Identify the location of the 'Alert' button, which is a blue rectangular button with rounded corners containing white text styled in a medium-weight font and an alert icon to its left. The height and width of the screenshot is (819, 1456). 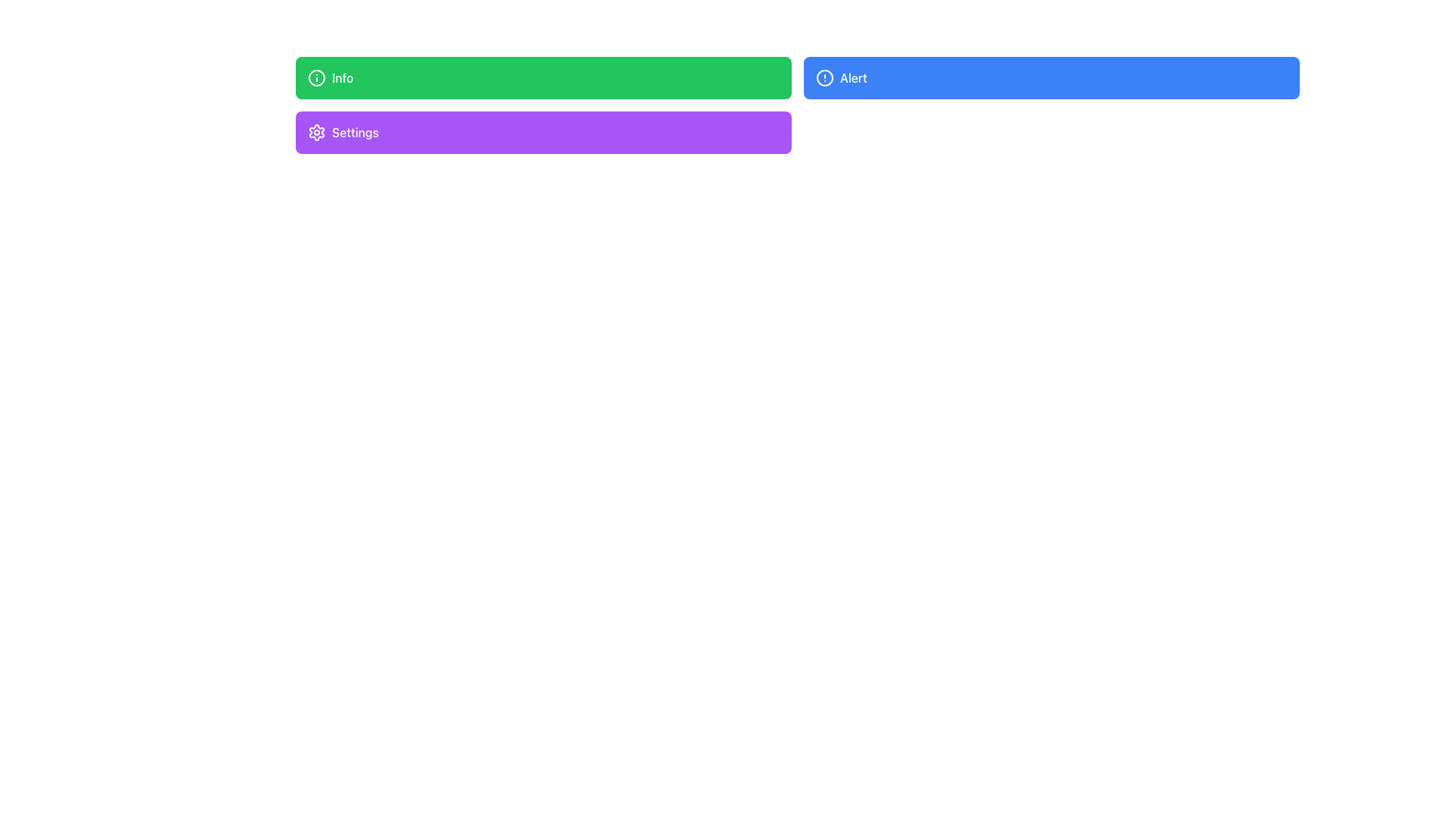
(853, 78).